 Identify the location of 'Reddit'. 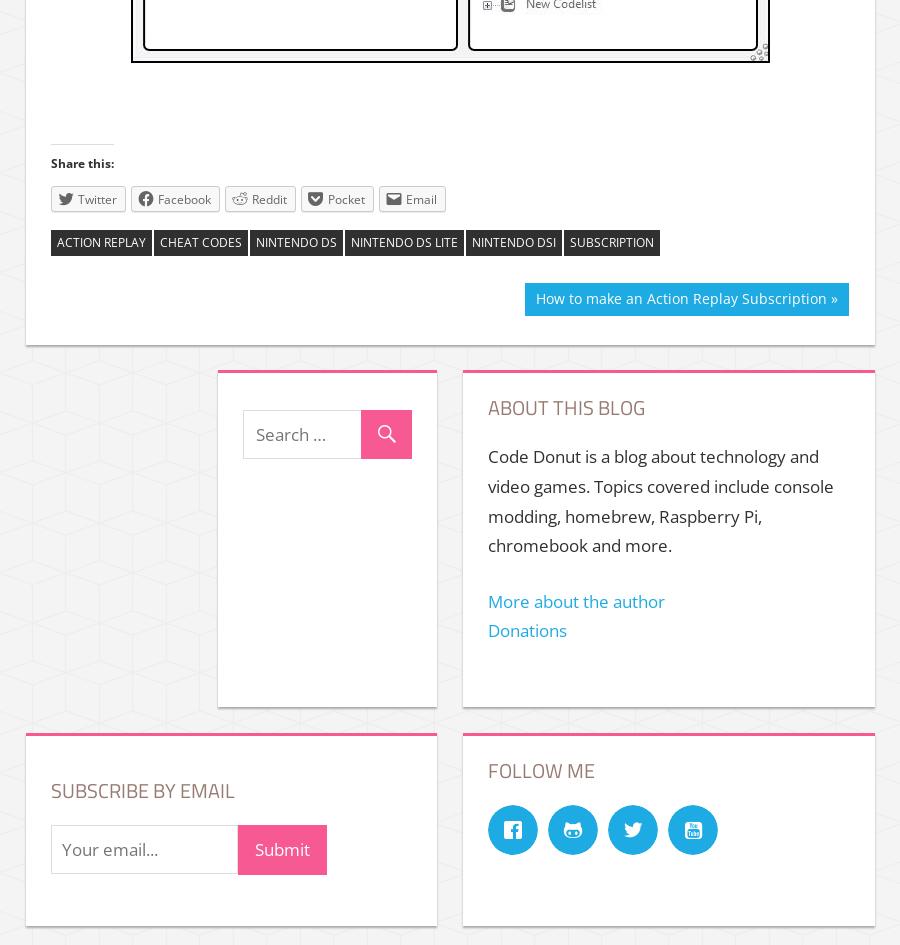
(251, 199).